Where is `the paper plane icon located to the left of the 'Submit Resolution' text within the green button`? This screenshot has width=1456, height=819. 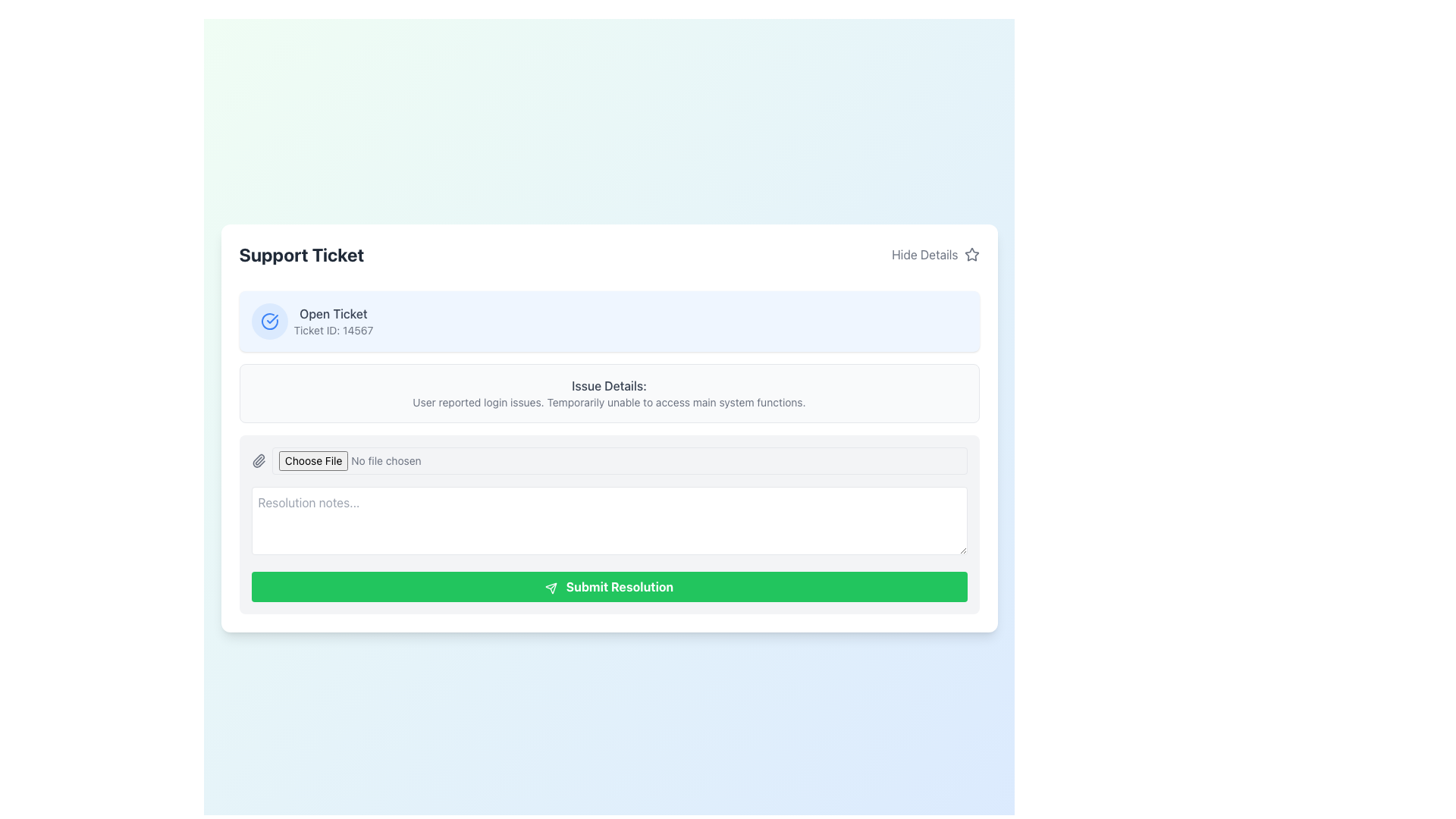
the paper plane icon located to the left of the 'Submit Resolution' text within the green button is located at coordinates (550, 587).